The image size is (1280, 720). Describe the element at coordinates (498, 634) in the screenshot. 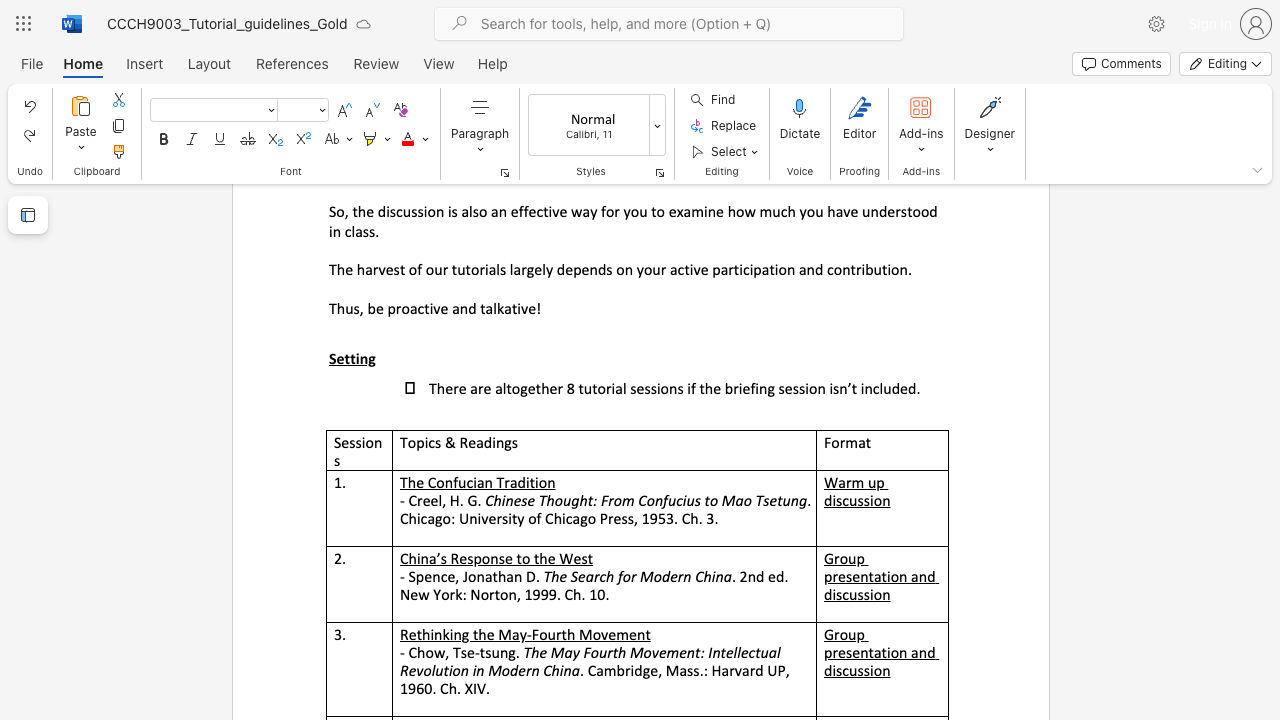

I see `the subset text "May-Fourth Movem" within the text "Rethinking the May-Fourth Movement"` at that location.